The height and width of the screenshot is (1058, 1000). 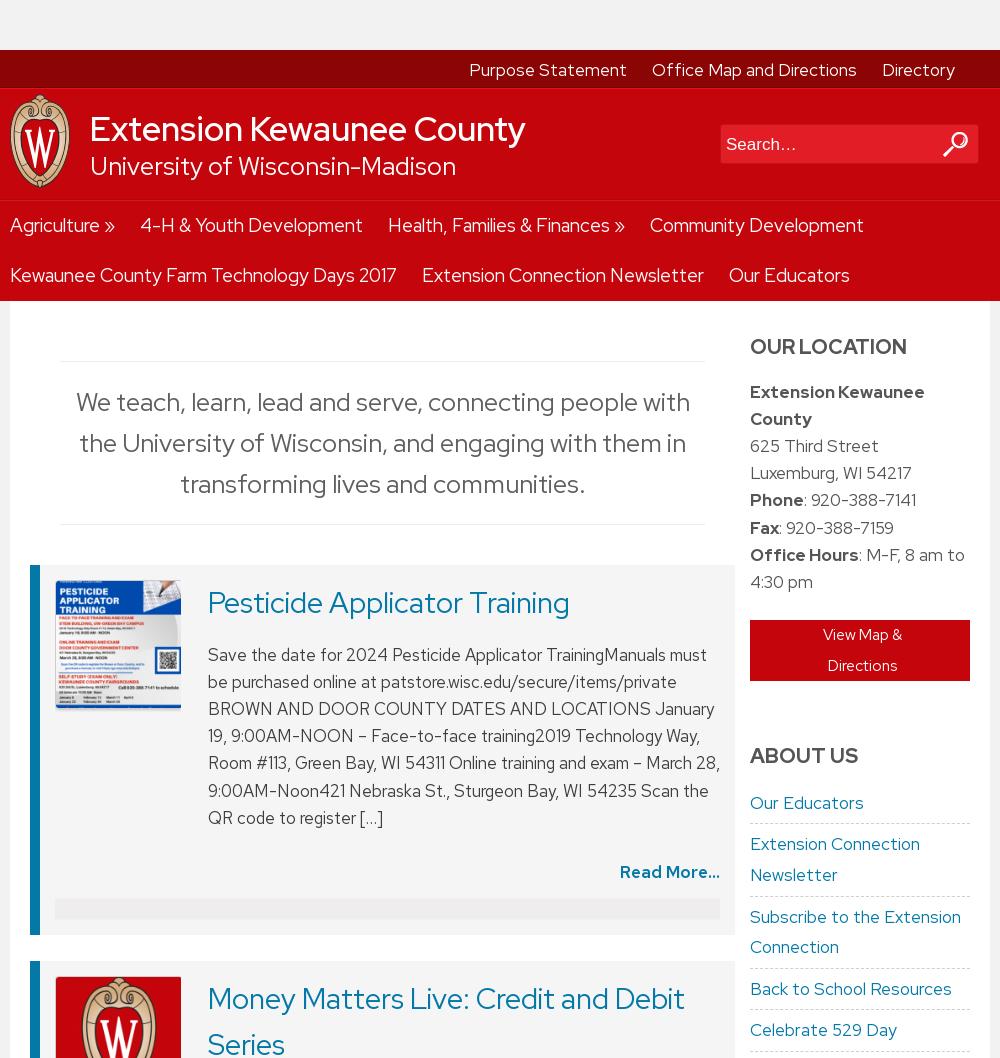 I want to click on 'Just in Time Parenting', so click(x=349, y=797).